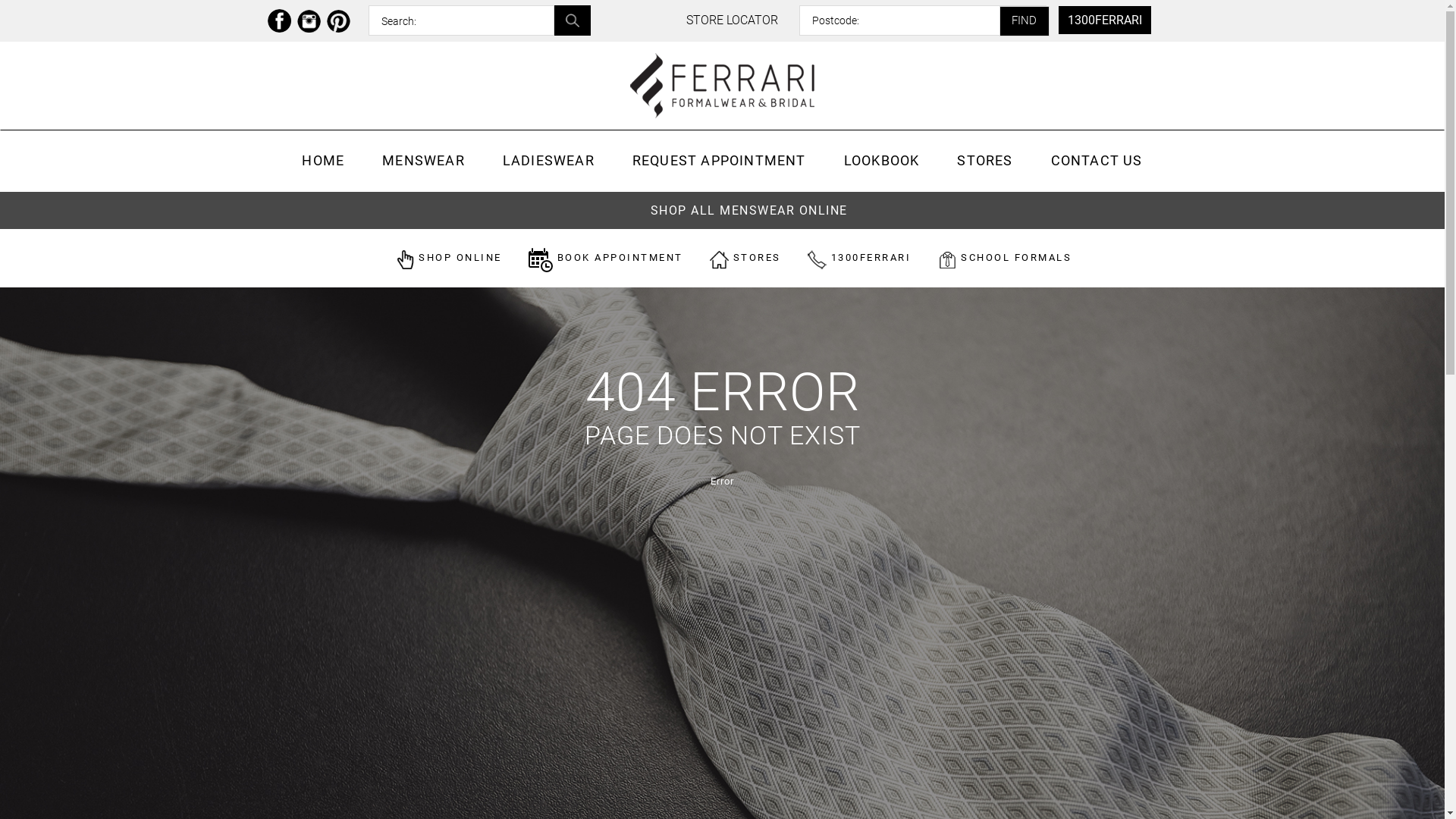 This screenshot has height=819, width=1456. I want to click on '1300FERRARI', so click(1105, 20).